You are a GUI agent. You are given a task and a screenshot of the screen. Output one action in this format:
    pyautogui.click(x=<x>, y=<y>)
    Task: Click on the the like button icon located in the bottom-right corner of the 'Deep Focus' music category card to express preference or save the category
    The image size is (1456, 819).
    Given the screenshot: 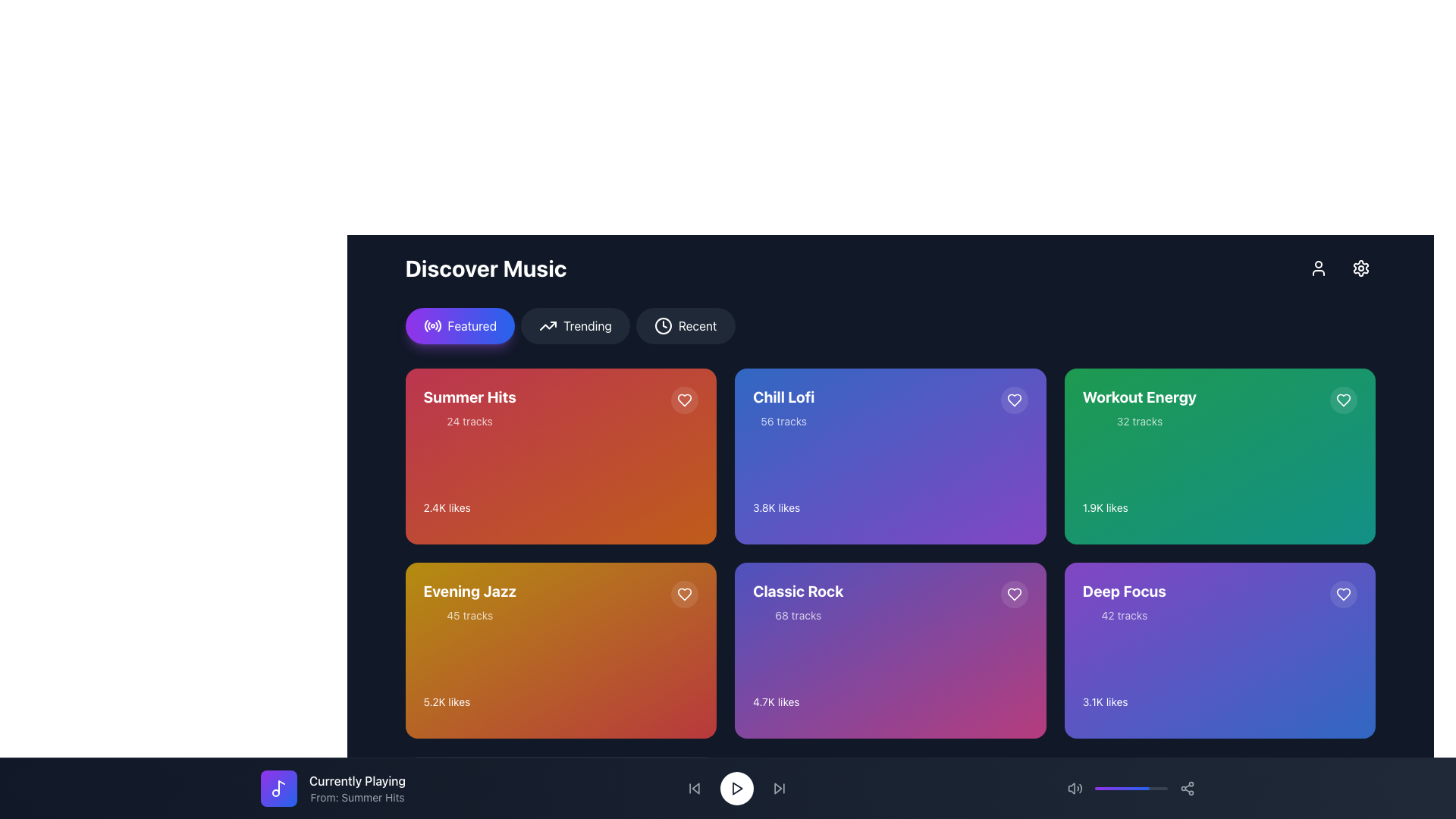 What is the action you would take?
    pyautogui.click(x=1344, y=593)
    